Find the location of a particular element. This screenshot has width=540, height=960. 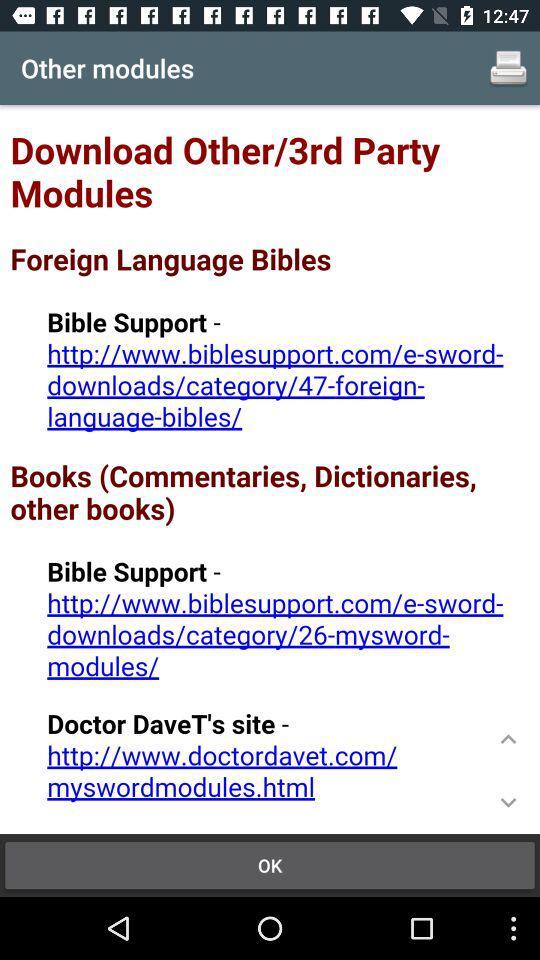

the expand_less icon is located at coordinates (508, 738).